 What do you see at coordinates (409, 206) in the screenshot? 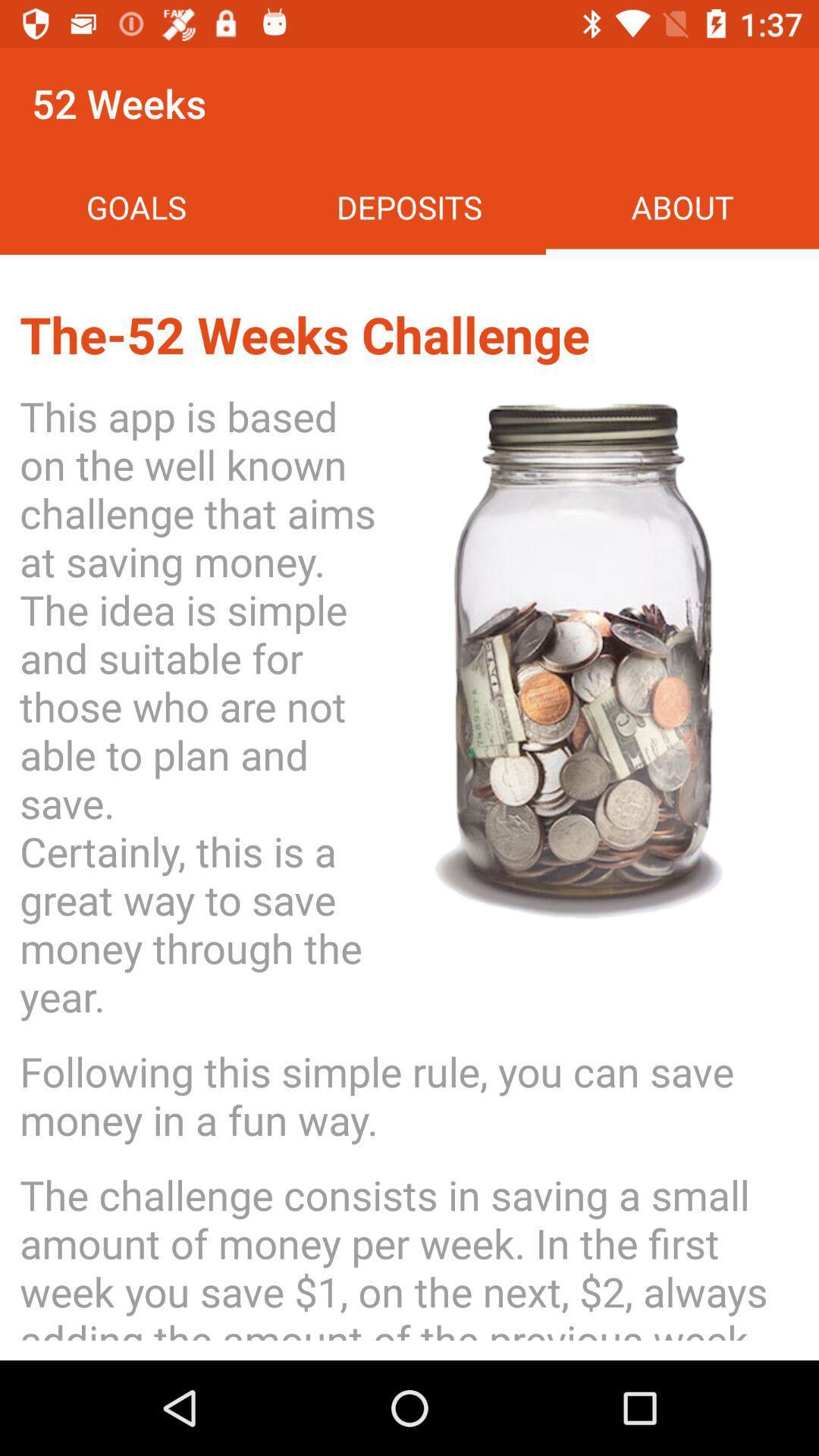
I see `icon to the left of about icon` at bounding box center [409, 206].